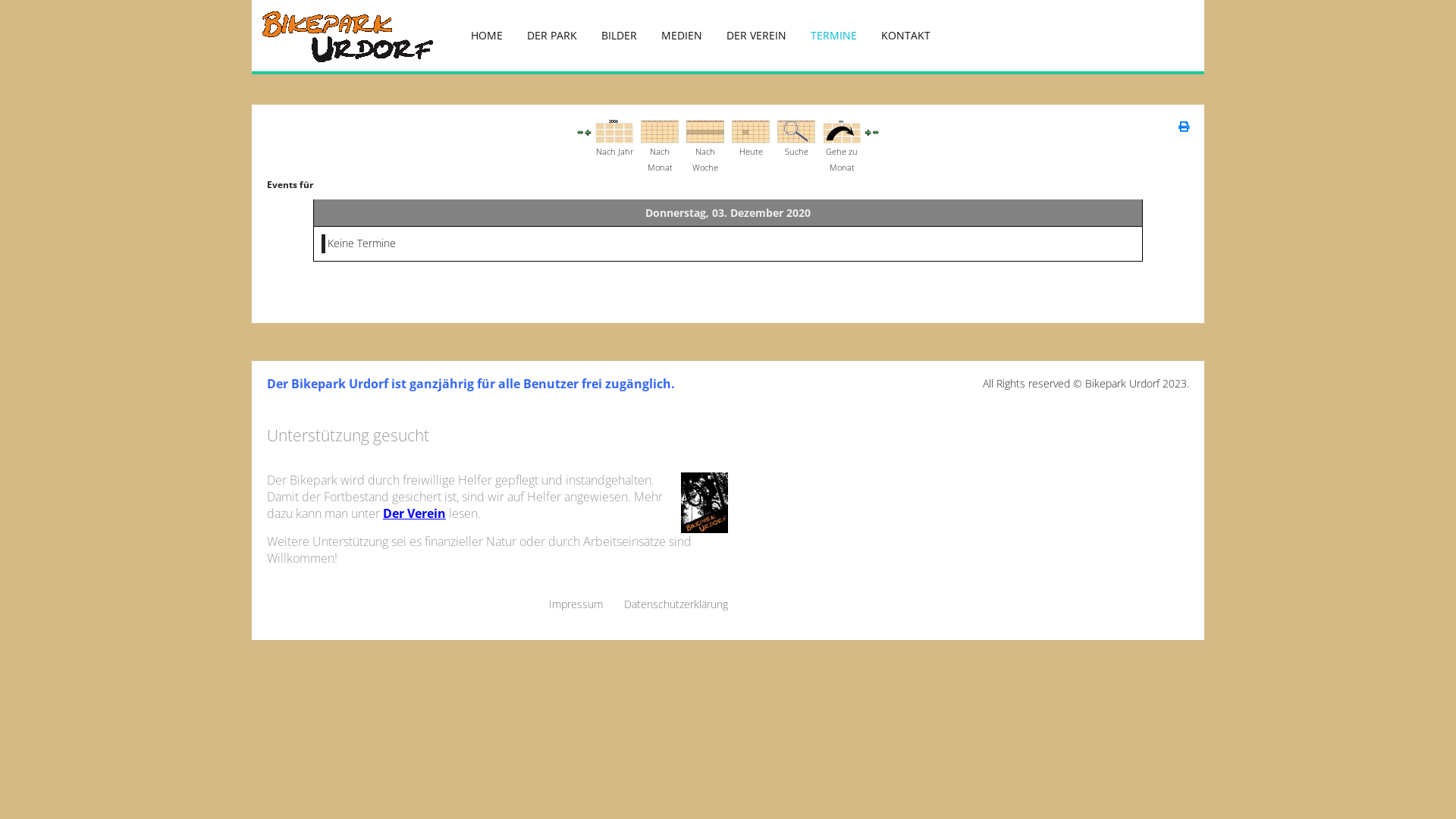 The width and height of the screenshot is (1456, 819). What do you see at coordinates (750, 129) in the screenshot?
I see `'Heute'` at bounding box center [750, 129].